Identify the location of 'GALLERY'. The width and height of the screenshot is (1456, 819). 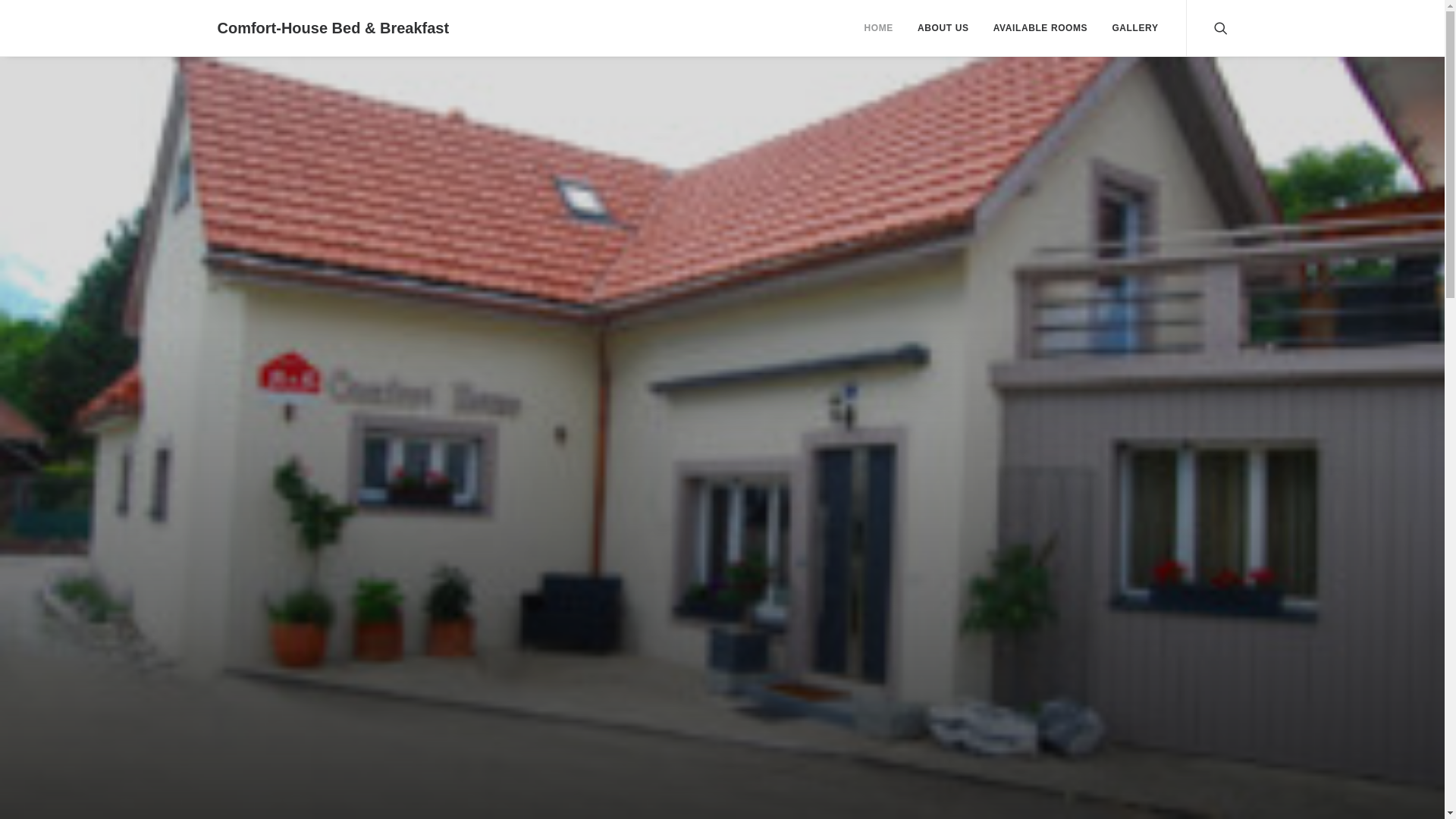
(1129, 28).